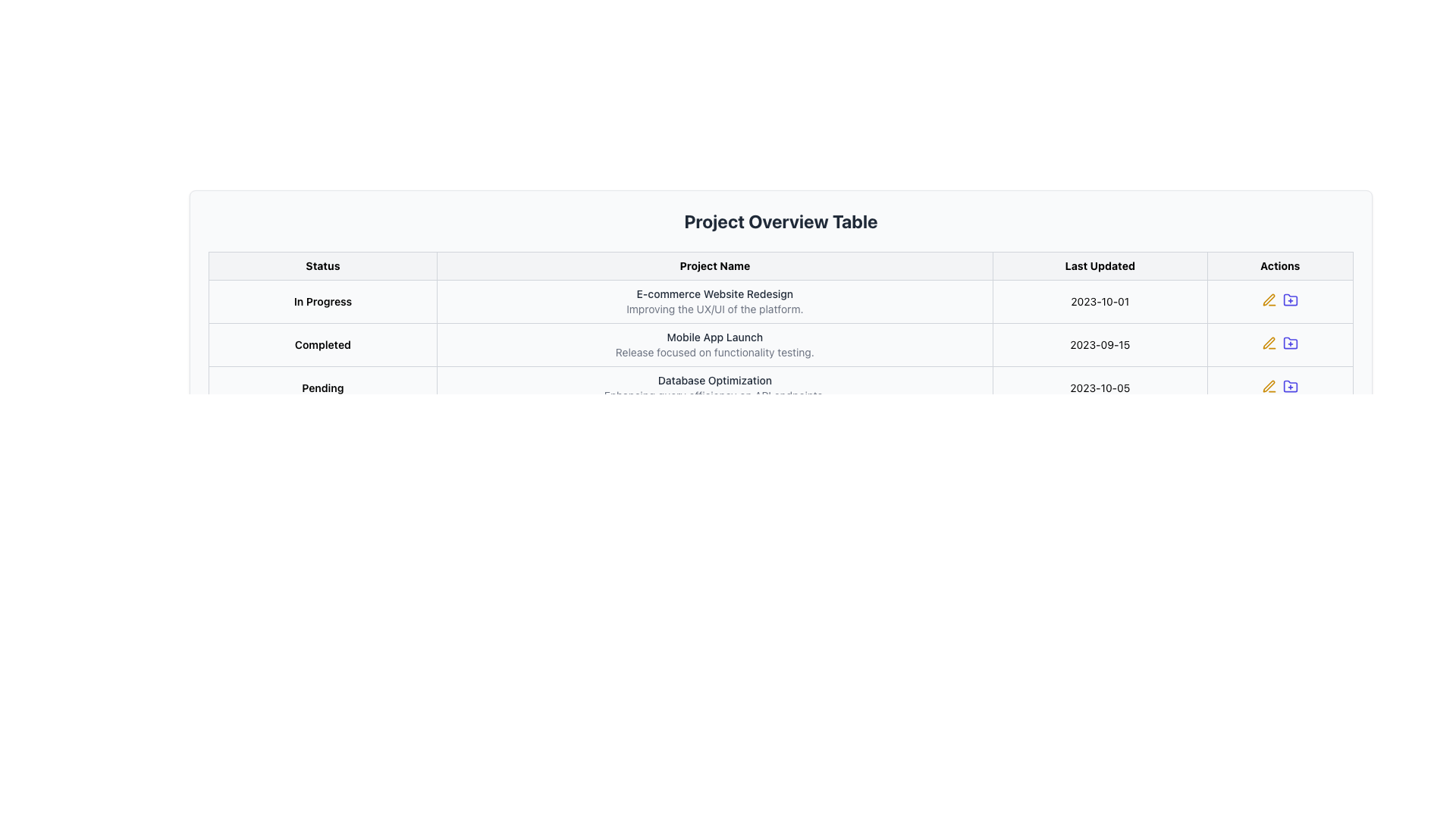  Describe the element at coordinates (1279, 388) in the screenshot. I see `the pencil icon in the 'Actions' column for the row labeled 'Pending Database Optimization' to initiate editing` at that location.